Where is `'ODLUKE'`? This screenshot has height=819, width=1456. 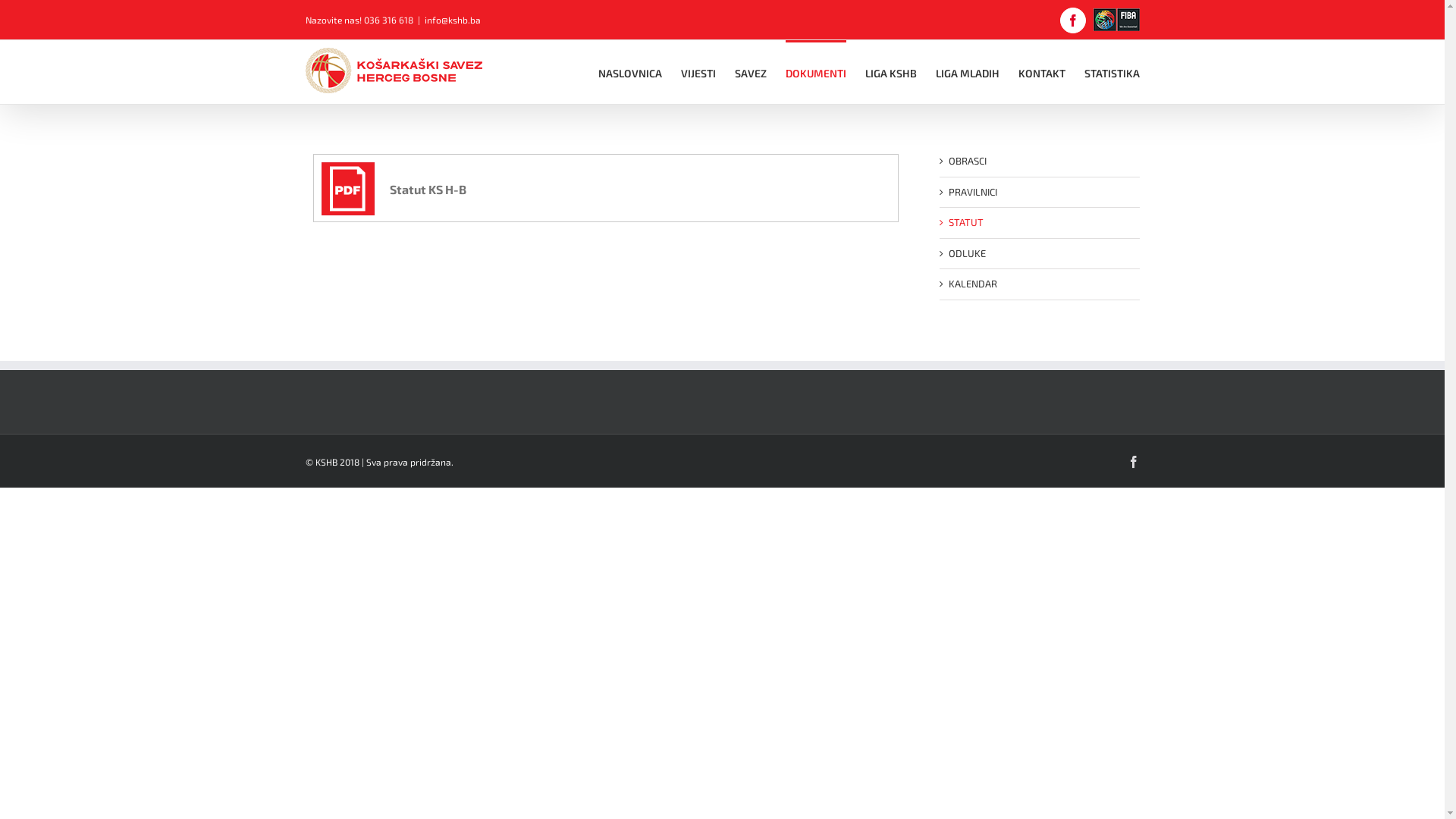
'ODLUKE' is located at coordinates (965, 253).